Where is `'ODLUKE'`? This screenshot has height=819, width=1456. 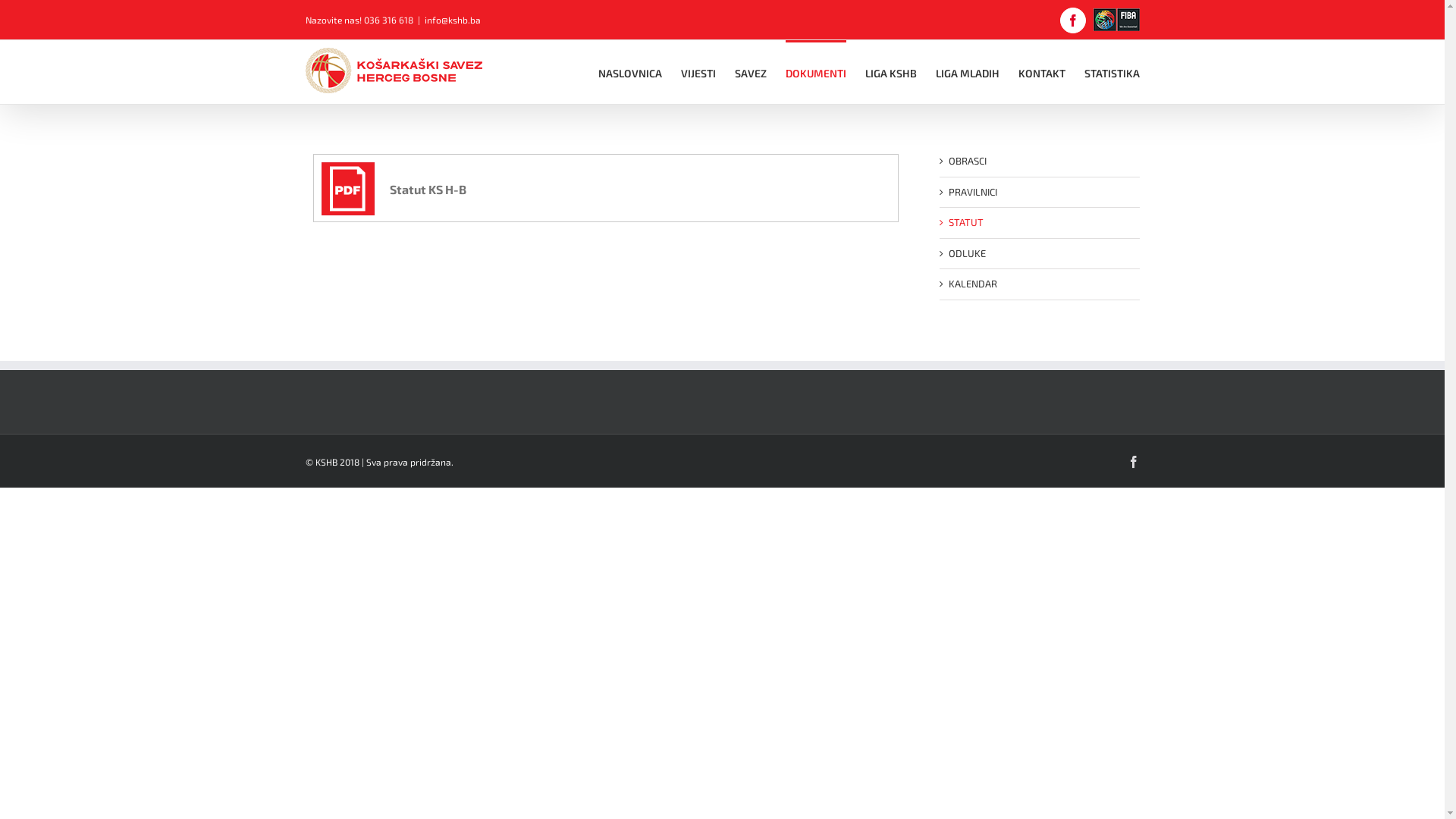
'ODLUKE' is located at coordinates (965, 253).